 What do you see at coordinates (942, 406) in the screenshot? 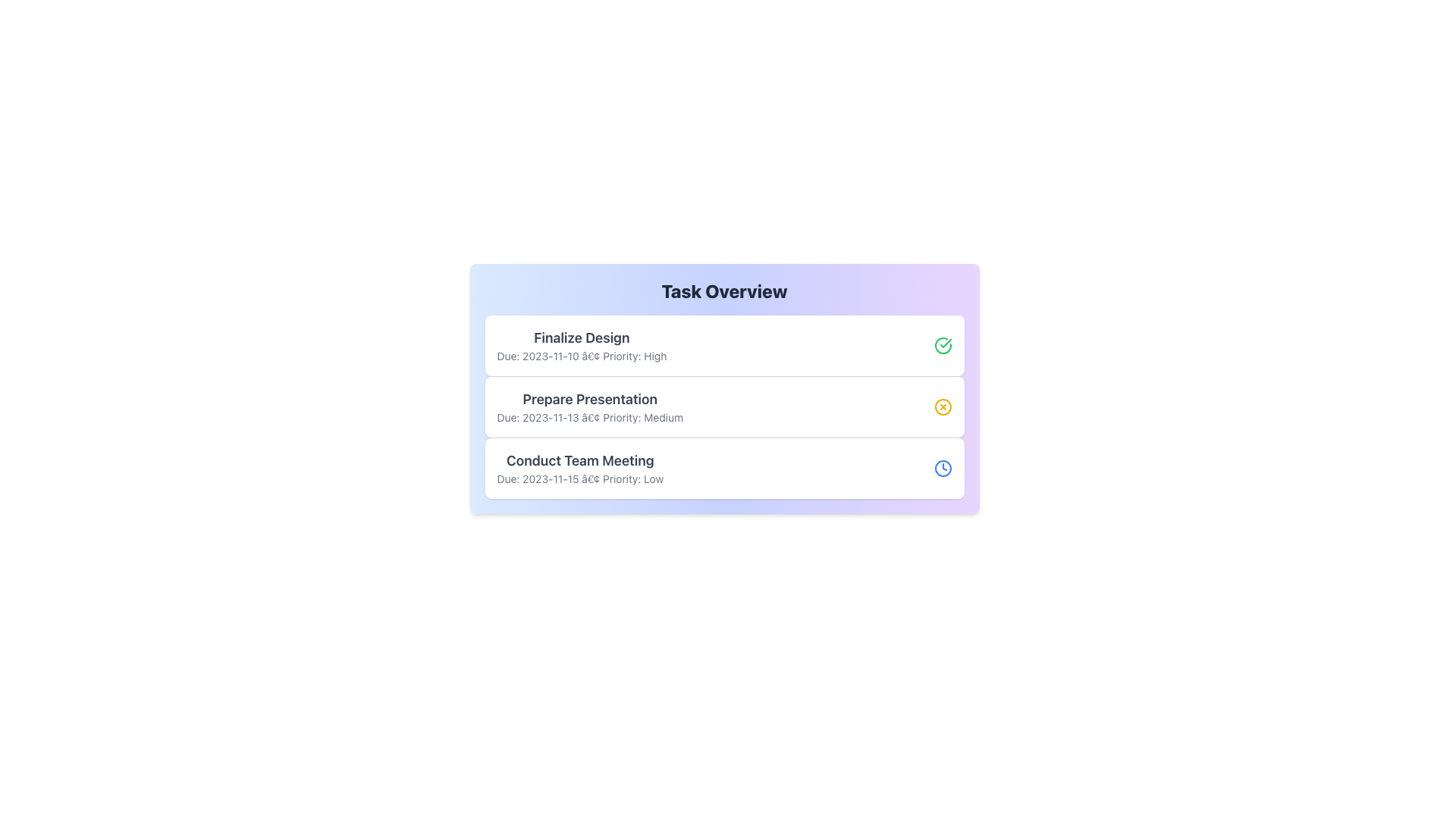
I see `the circular outline of the yellow icon indicating the actionable state for the task 'Prepare Presentation'` at bounding box center [942, 406].